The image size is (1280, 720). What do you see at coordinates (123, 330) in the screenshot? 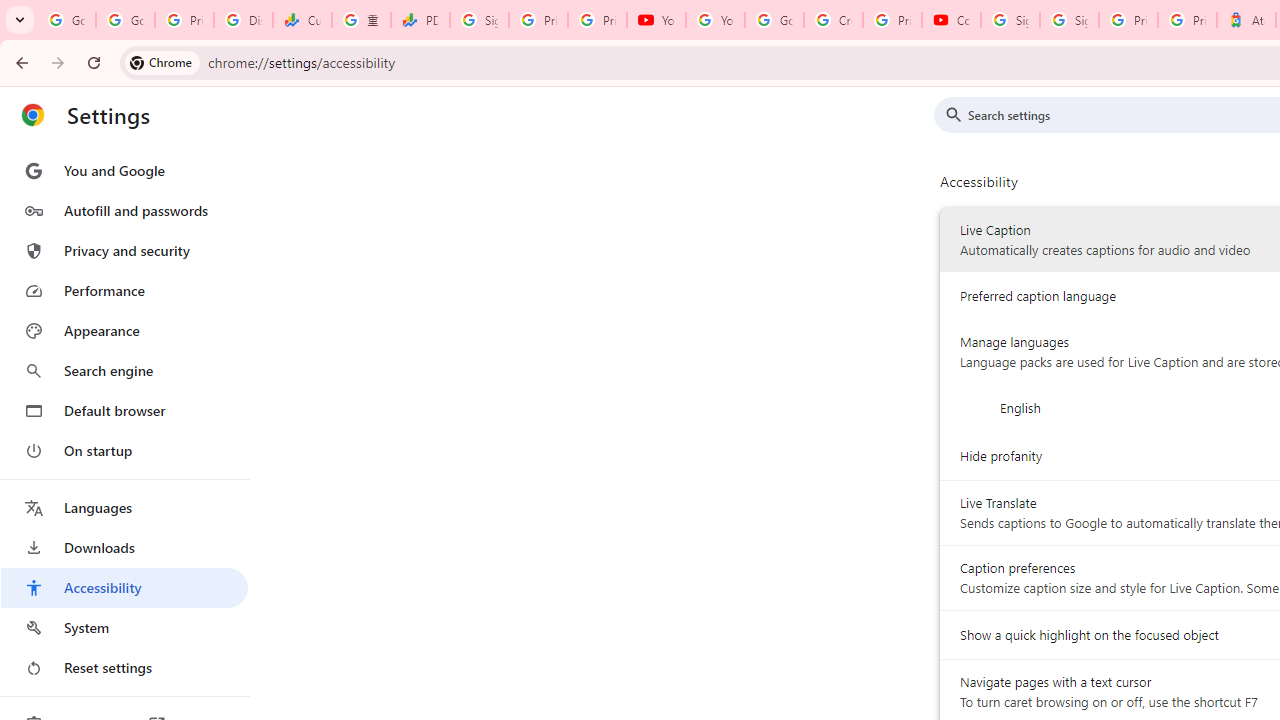
I see `'Appearance'` at bounding box center [123, 330].